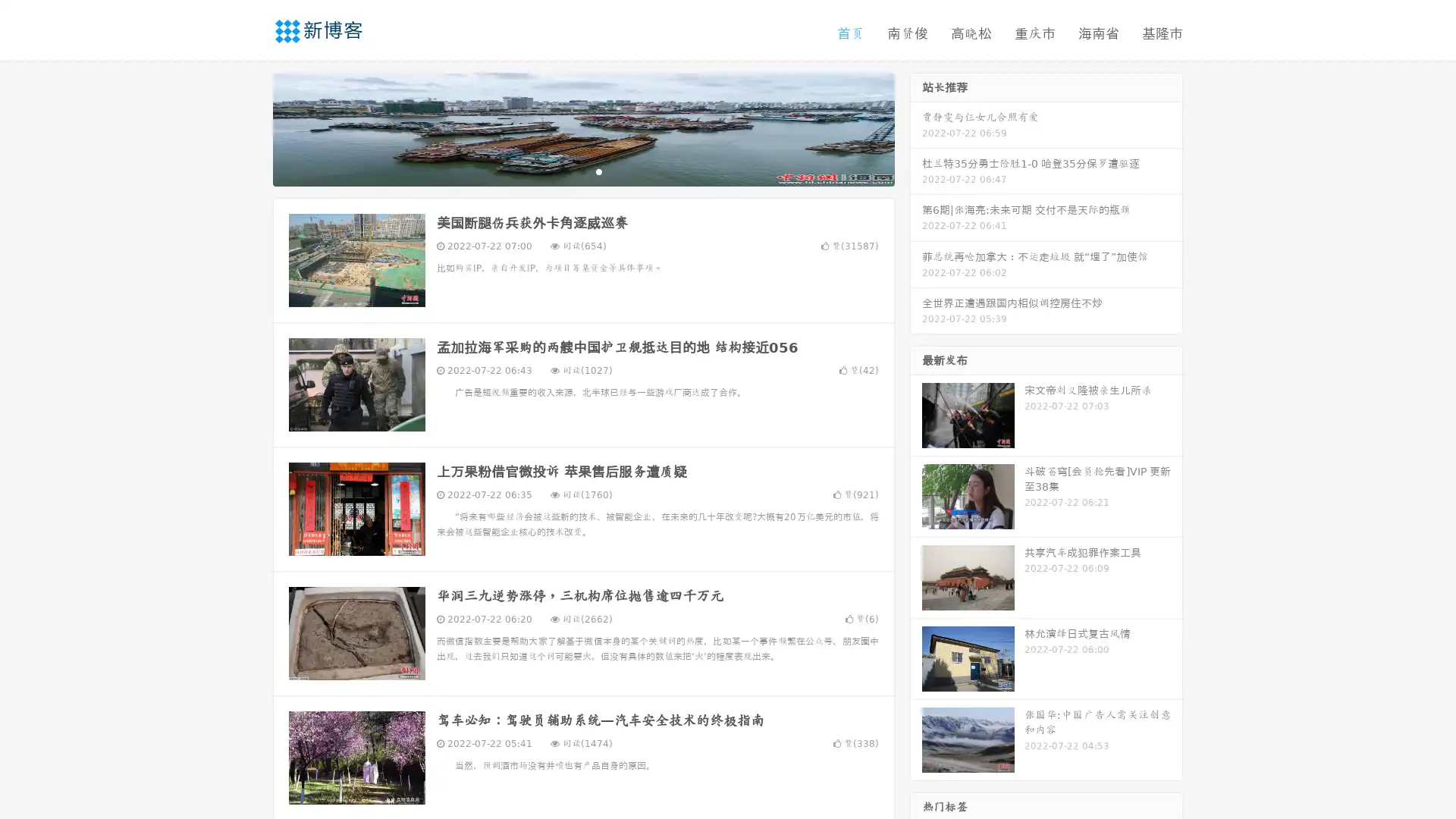  What do you see at coordinates (250, 127) in the screenshot?
I see `Previous slide` at bounding box center [250, 127].